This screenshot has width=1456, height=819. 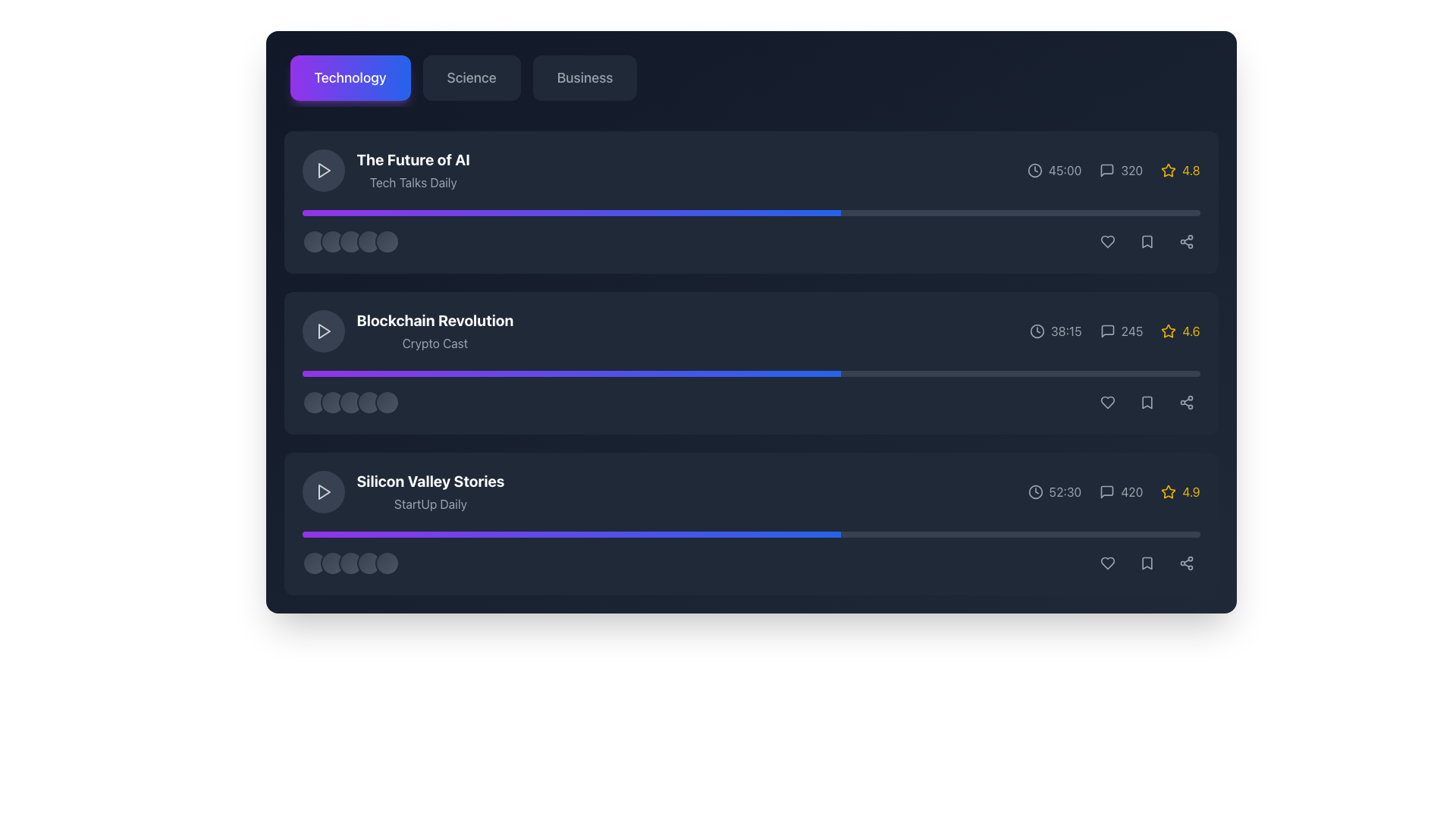 I want to click on or read the rating value displayed as '4.8' in bold yellow text, which is located to the immediate right of a star icon, so click(x=1190, y=170).